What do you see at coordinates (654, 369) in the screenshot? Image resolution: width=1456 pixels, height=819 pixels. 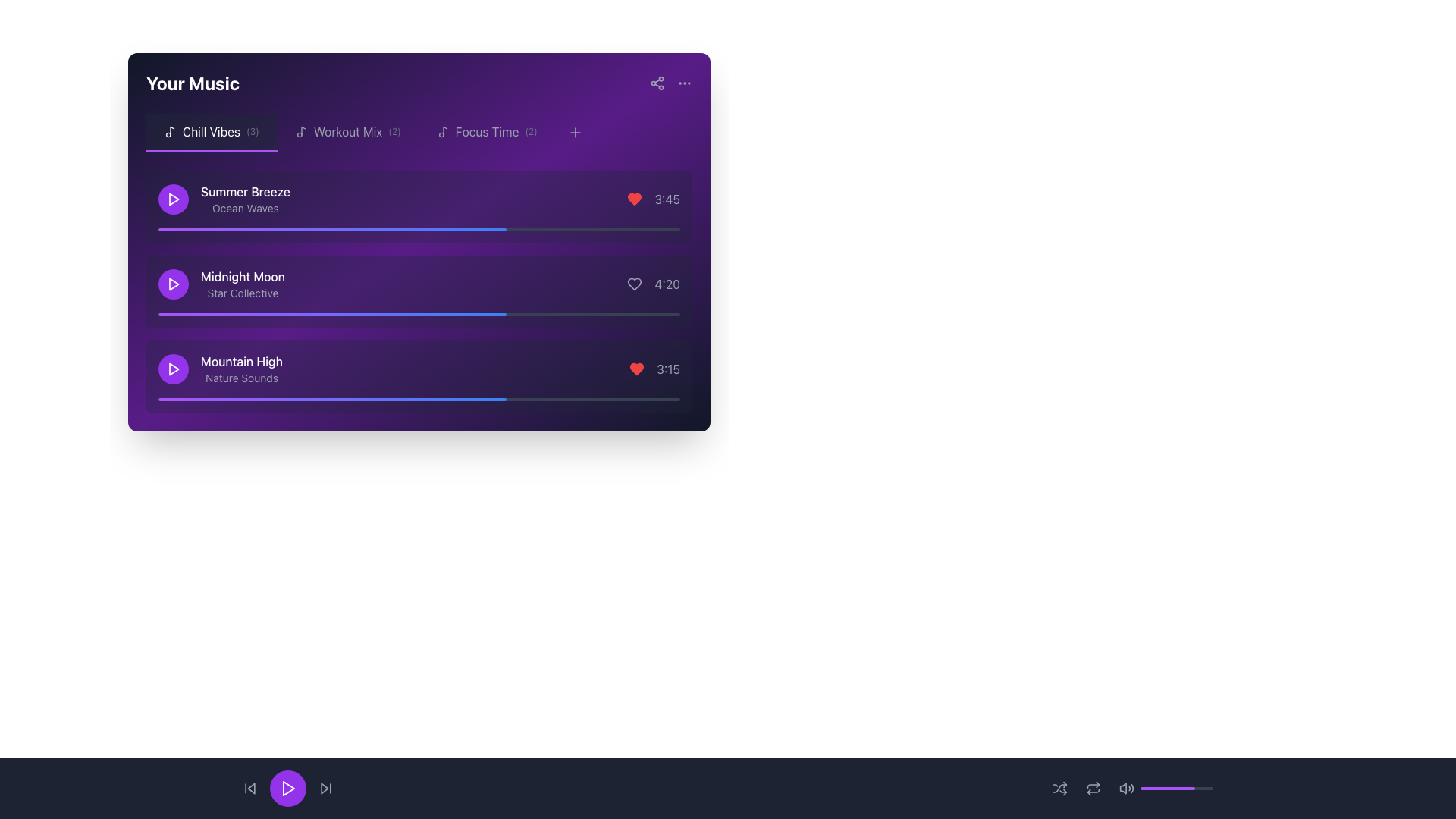 I see `the heart icon in the 'Your Music' section of the 'Mountain High' card to mark the song as favorite` at bounding box center [654, 369].